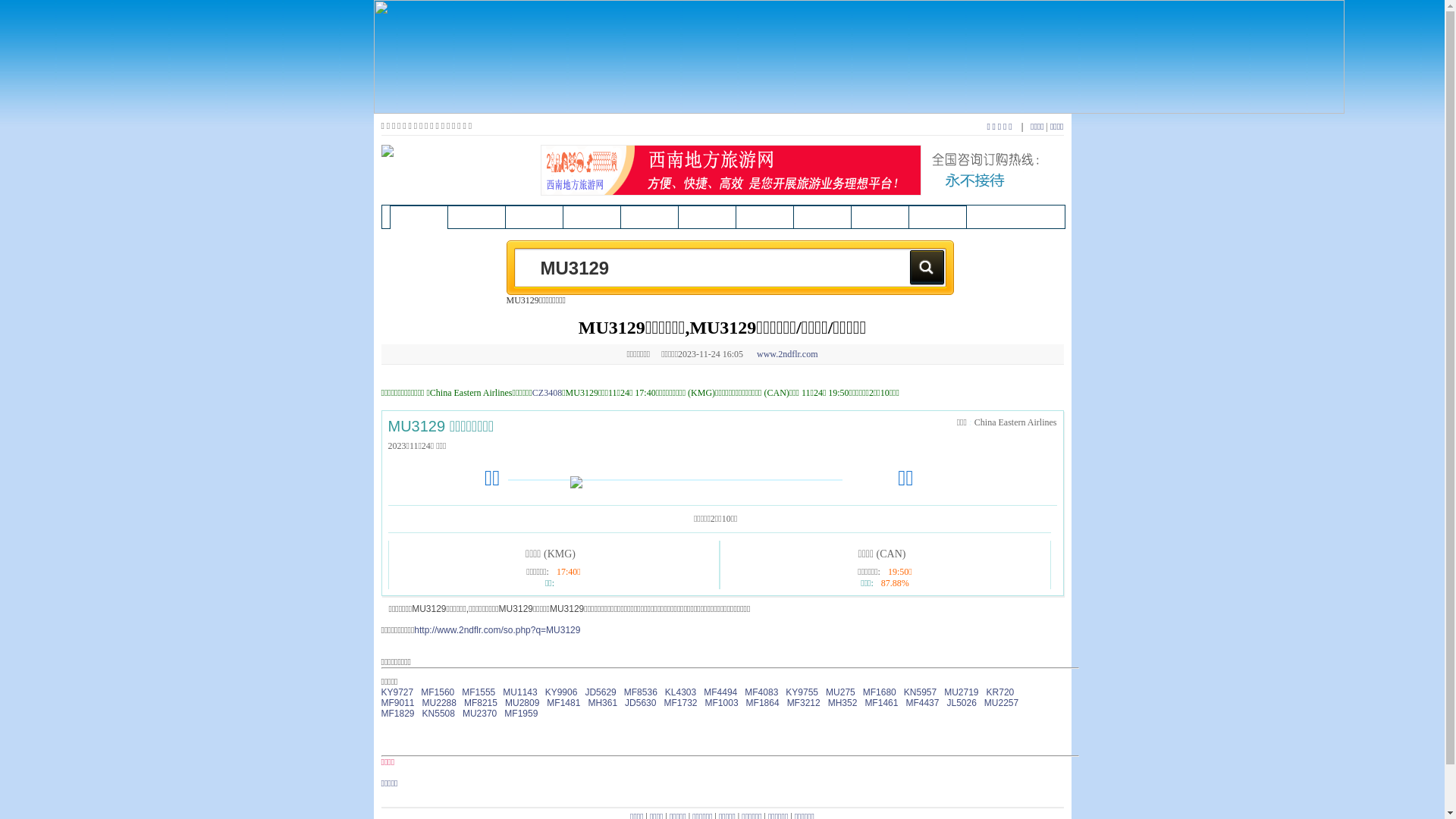  I want to click on 'MH361', so click(586, 702).